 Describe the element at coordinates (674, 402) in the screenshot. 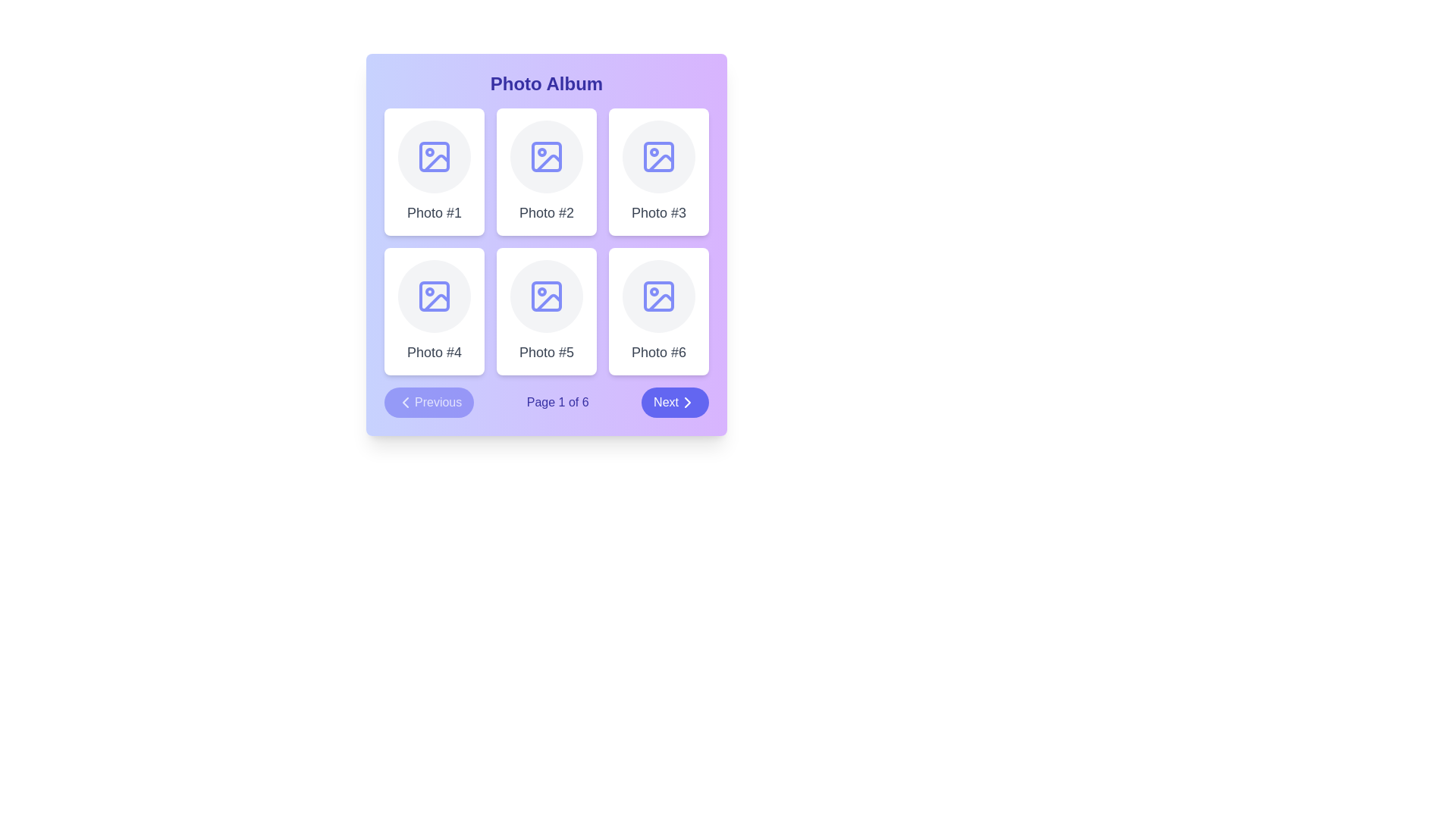

I see `the 'Next' button with an indigo background and white text` at that location.